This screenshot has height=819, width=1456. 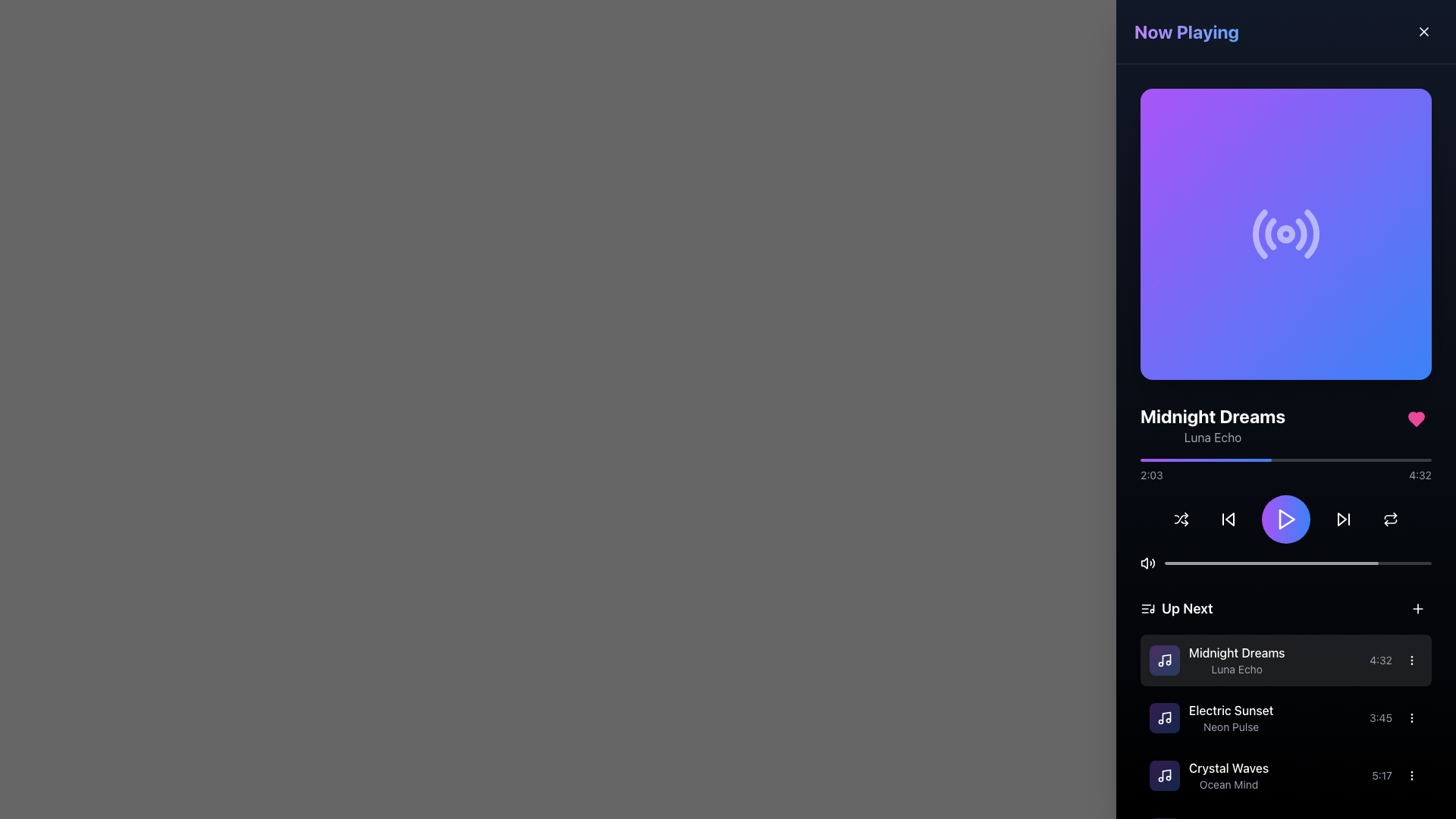 I want to click on the square music icon with a gradient background and a musical note at its center, located to the left of the song title 'Crystal Waves' and artist 'Ocean Mind' in the 'Up Next' playlist, so click(x=1164, y=775).